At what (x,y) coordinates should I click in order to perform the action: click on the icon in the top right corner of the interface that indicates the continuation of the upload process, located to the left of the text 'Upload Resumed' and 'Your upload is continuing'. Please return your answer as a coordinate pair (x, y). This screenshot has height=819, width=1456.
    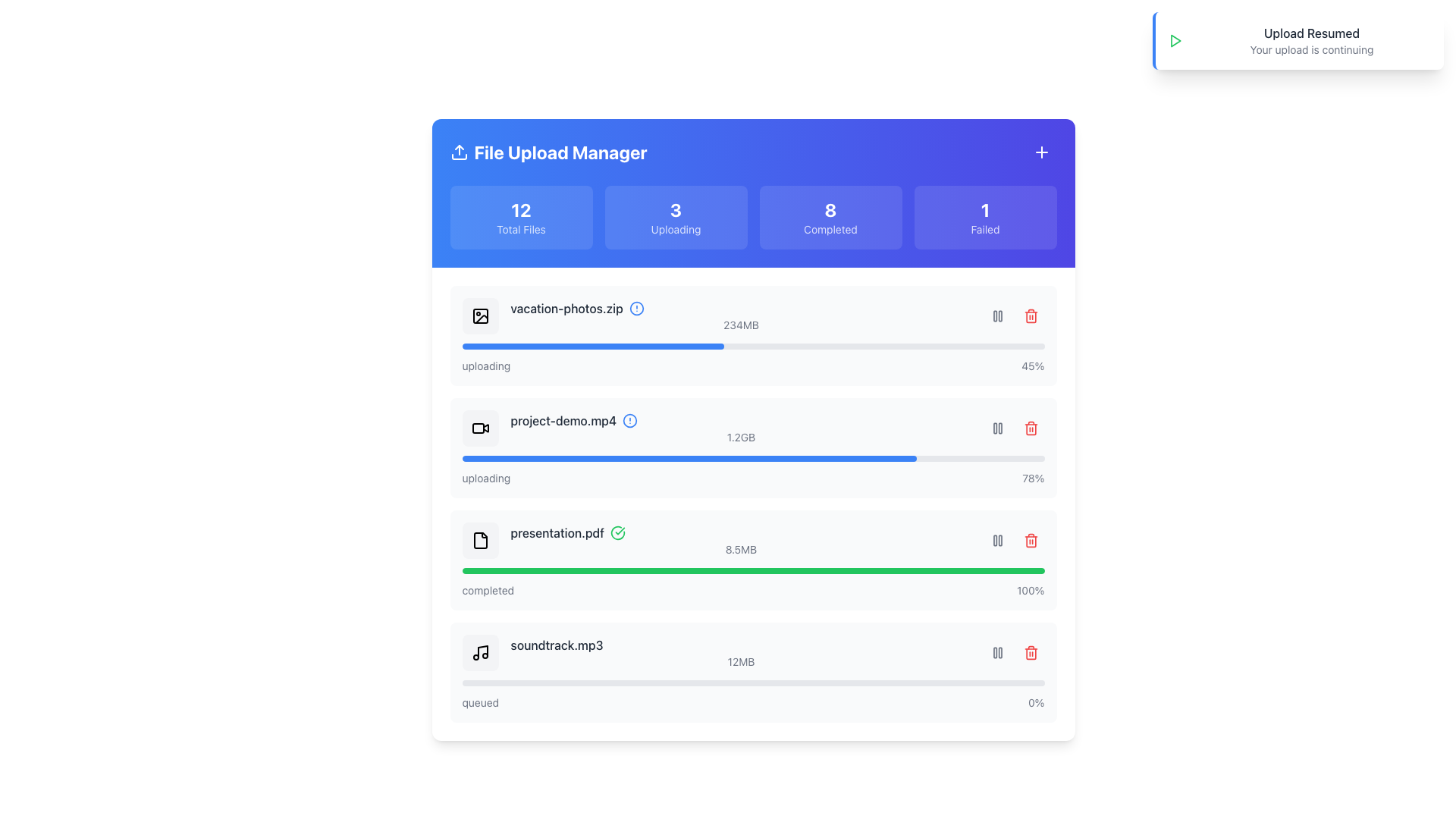
    Looking at the image, I should click on (1175, 40).